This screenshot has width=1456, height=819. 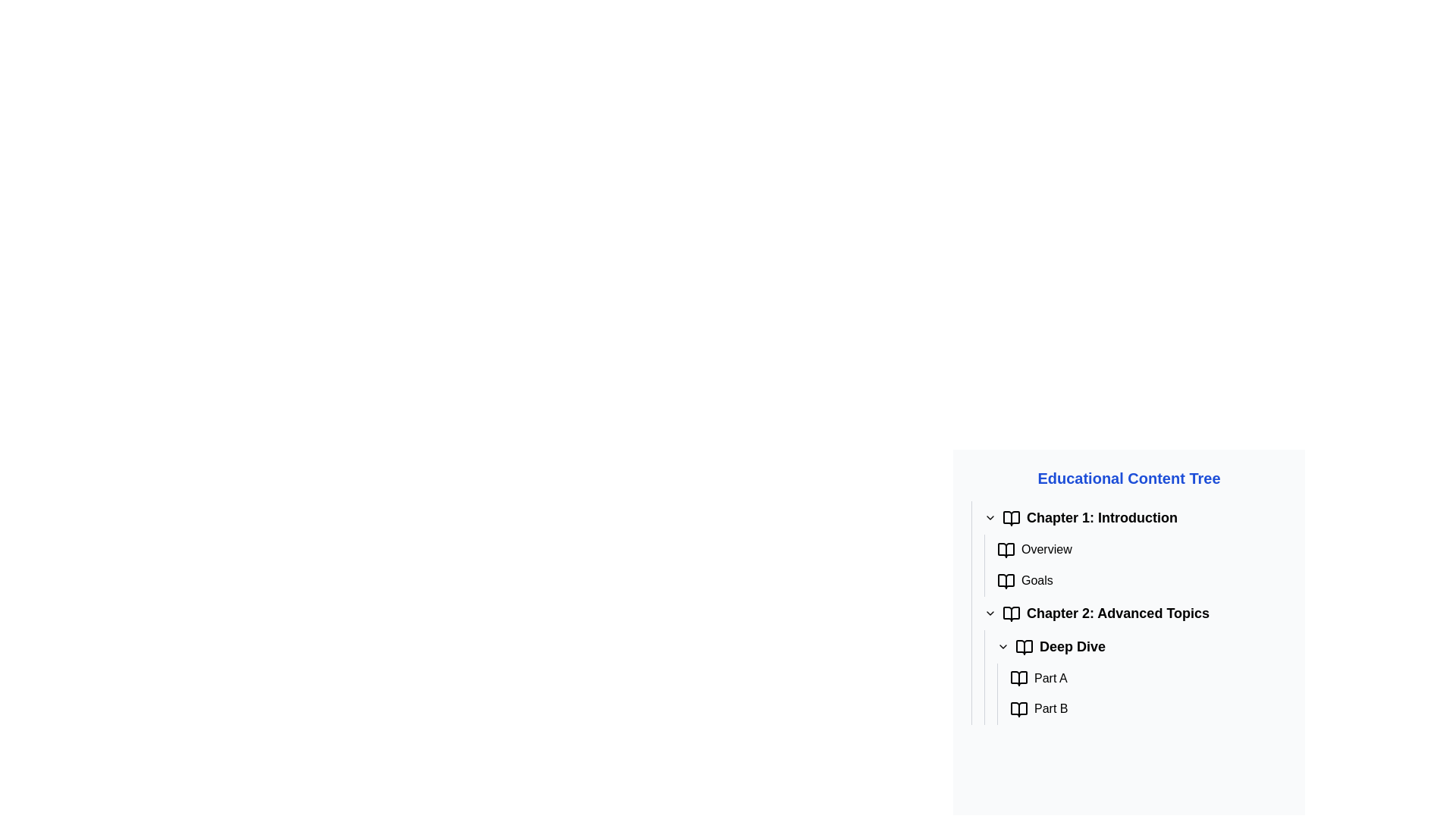 What do you see at coordinates (1024, 646) in the screenshot?
I see `the documentation icon located to the left of the 'Deep Dive' text` at bounding box center [1024, 646].